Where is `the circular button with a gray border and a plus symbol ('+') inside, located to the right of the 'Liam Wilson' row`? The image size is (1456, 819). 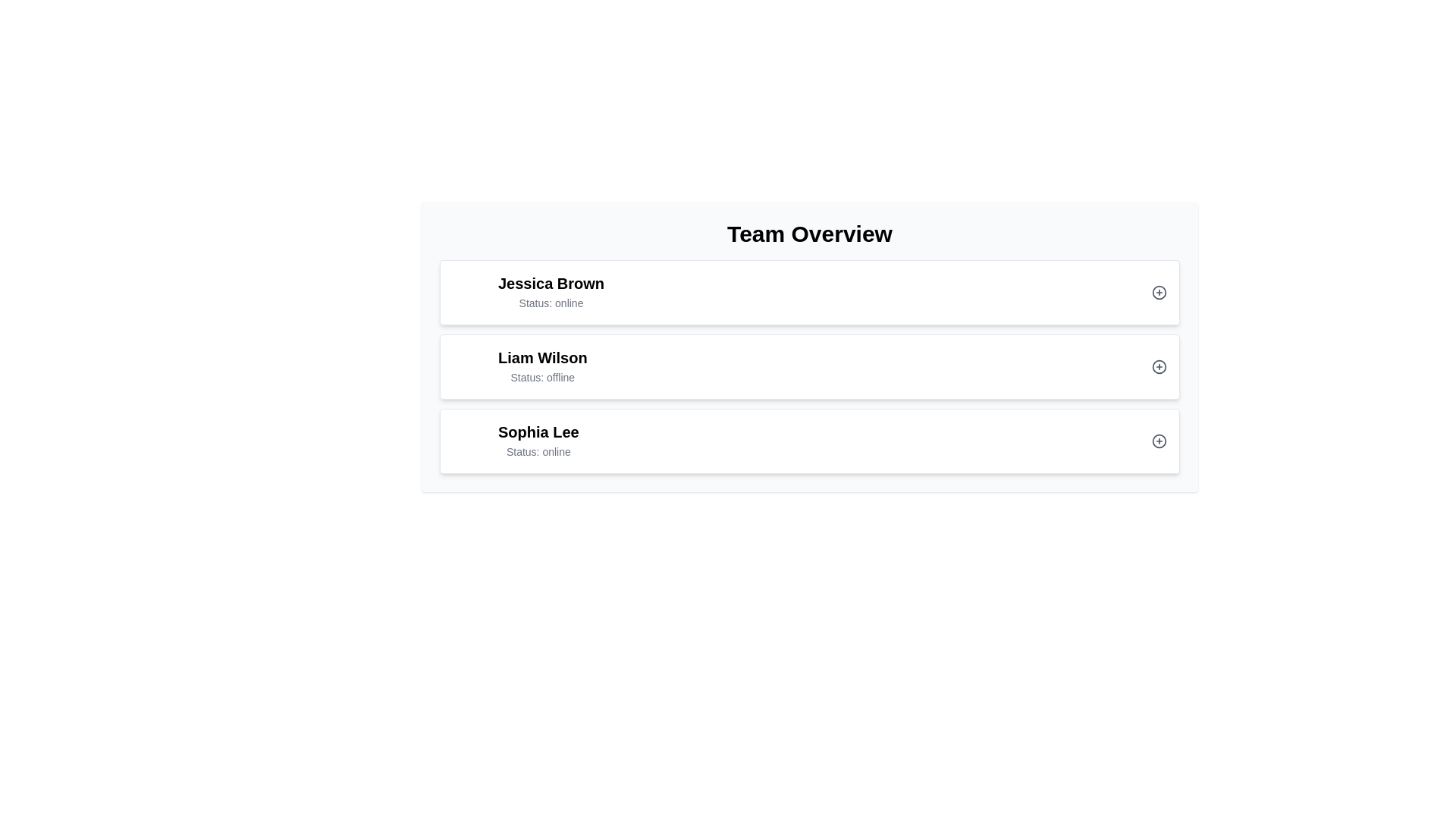
the circular button with a gray border and a plus symbol ('+') inside, located to the right of the 'Liam Wilson' row is located at coordinates (1159, 366).